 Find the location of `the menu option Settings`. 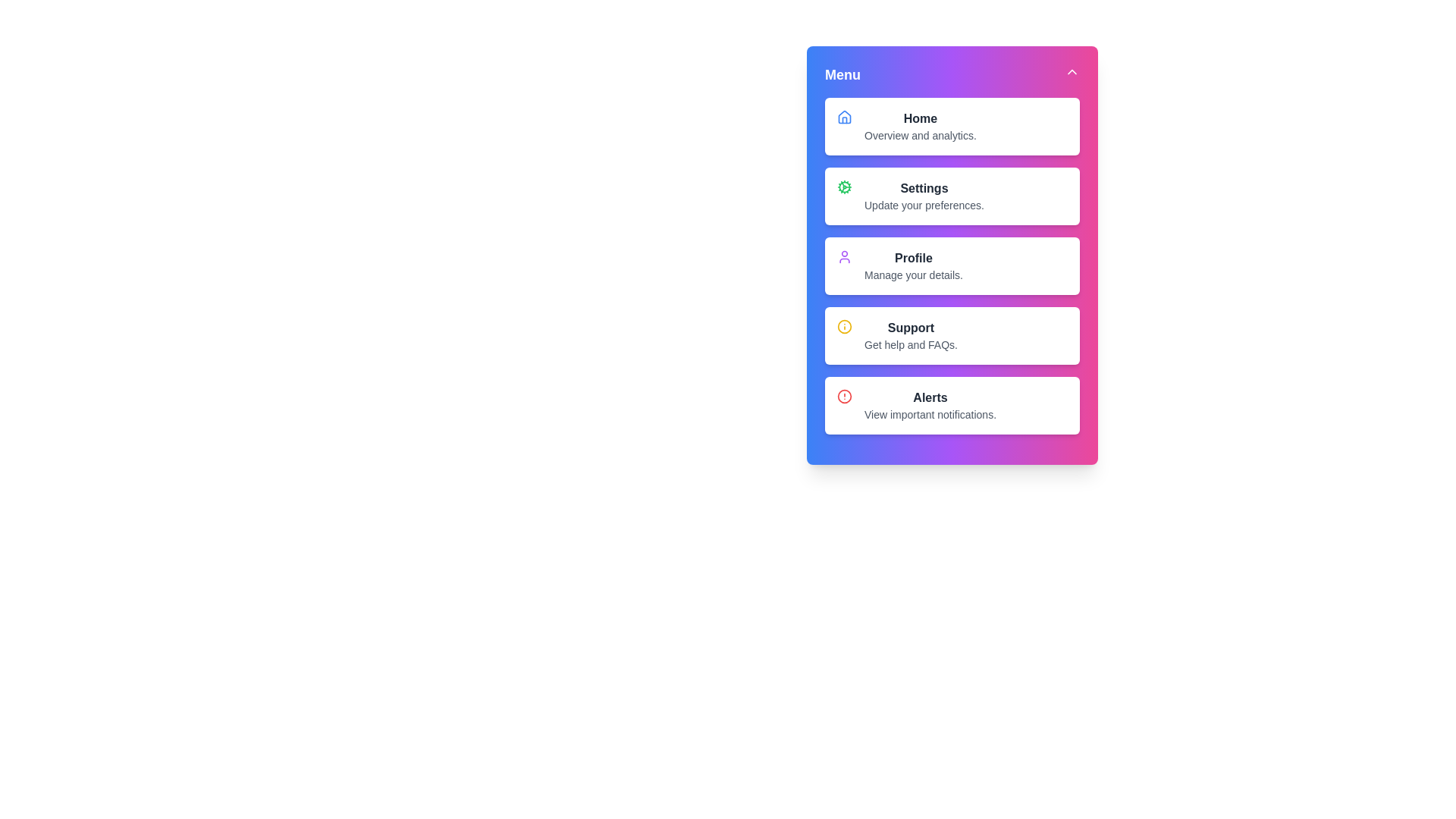

the menu option Settings is located at coordinates (910, 189).